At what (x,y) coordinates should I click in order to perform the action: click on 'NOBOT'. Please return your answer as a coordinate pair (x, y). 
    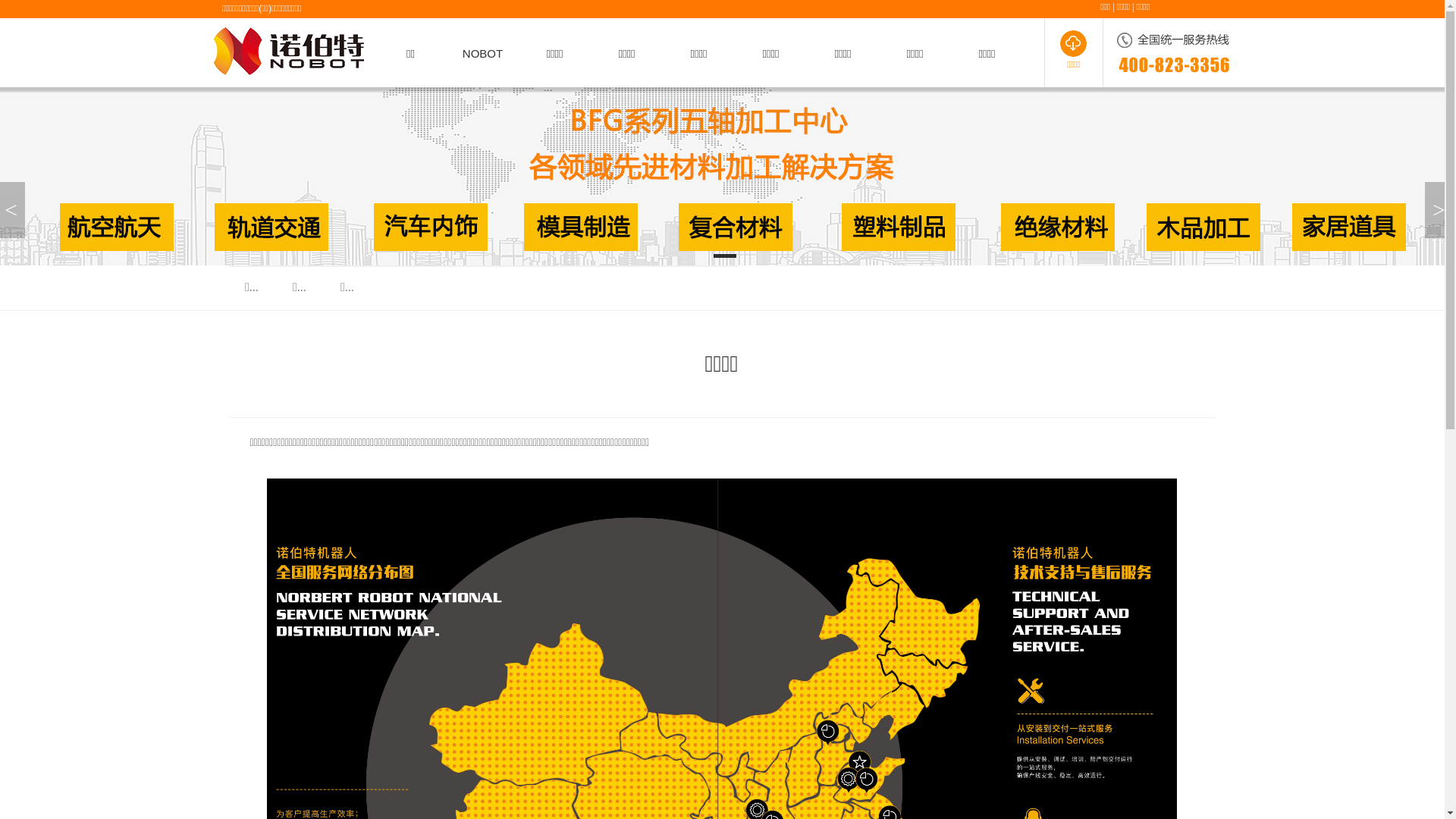
    Looking at the image, I should click on (482, 52).